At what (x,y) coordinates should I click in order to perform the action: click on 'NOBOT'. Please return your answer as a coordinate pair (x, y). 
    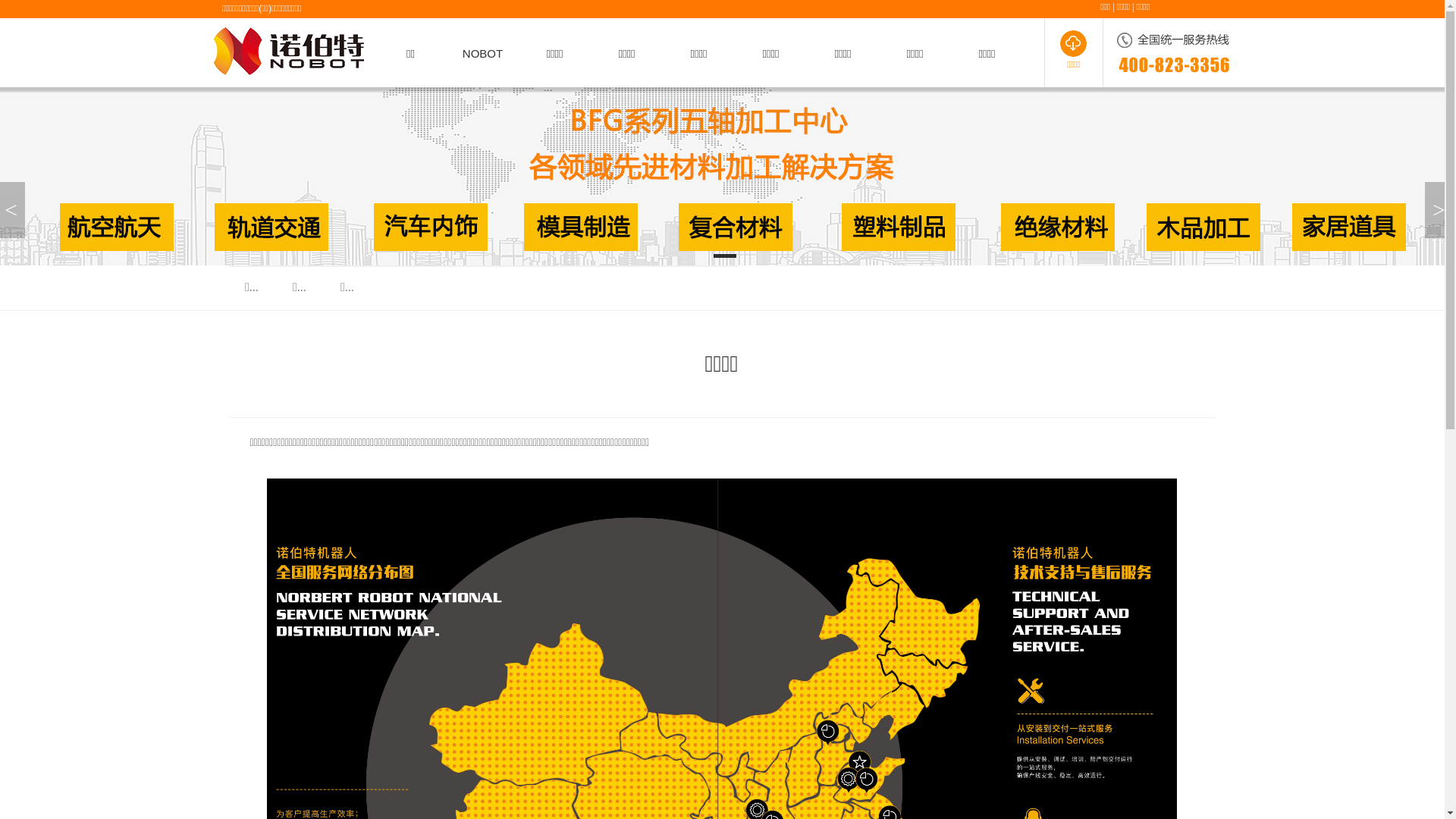
    Looking at the image, I should click on (482, 52).